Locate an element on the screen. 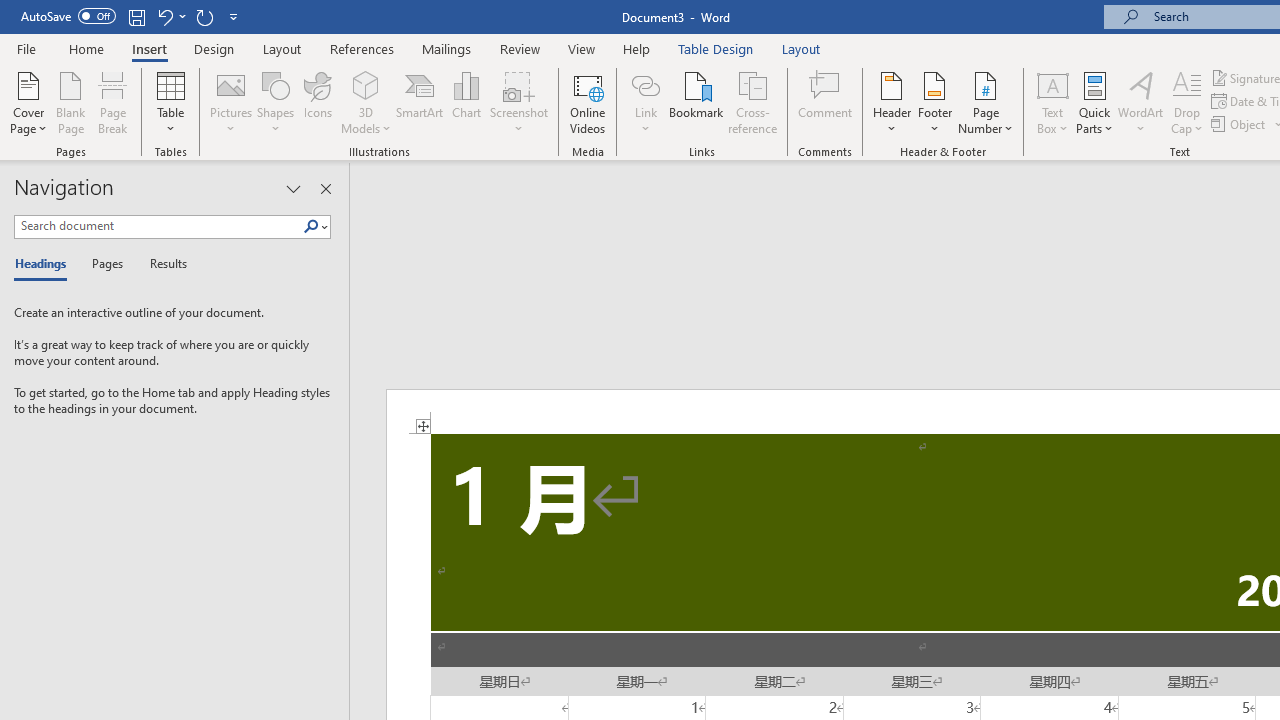  'Screenshot' is located at coordinates (519, 103).